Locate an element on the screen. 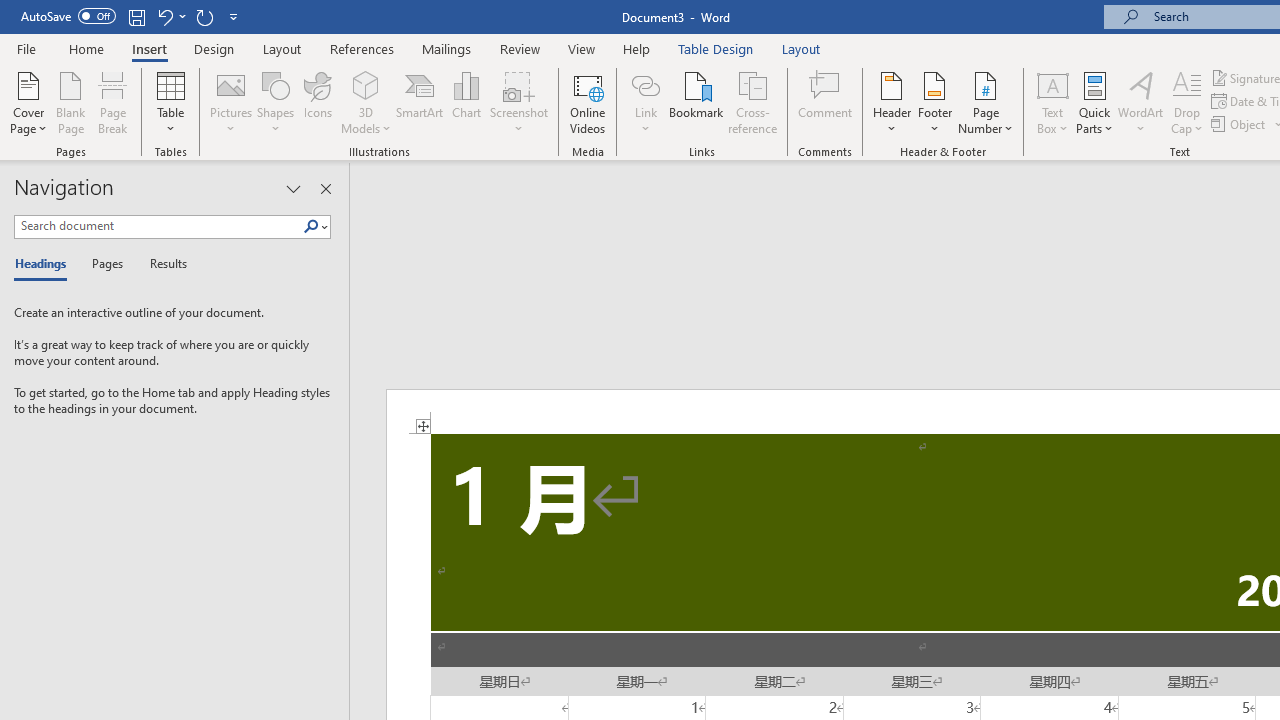  'Screenshot' is located at coordinates (519, 103).